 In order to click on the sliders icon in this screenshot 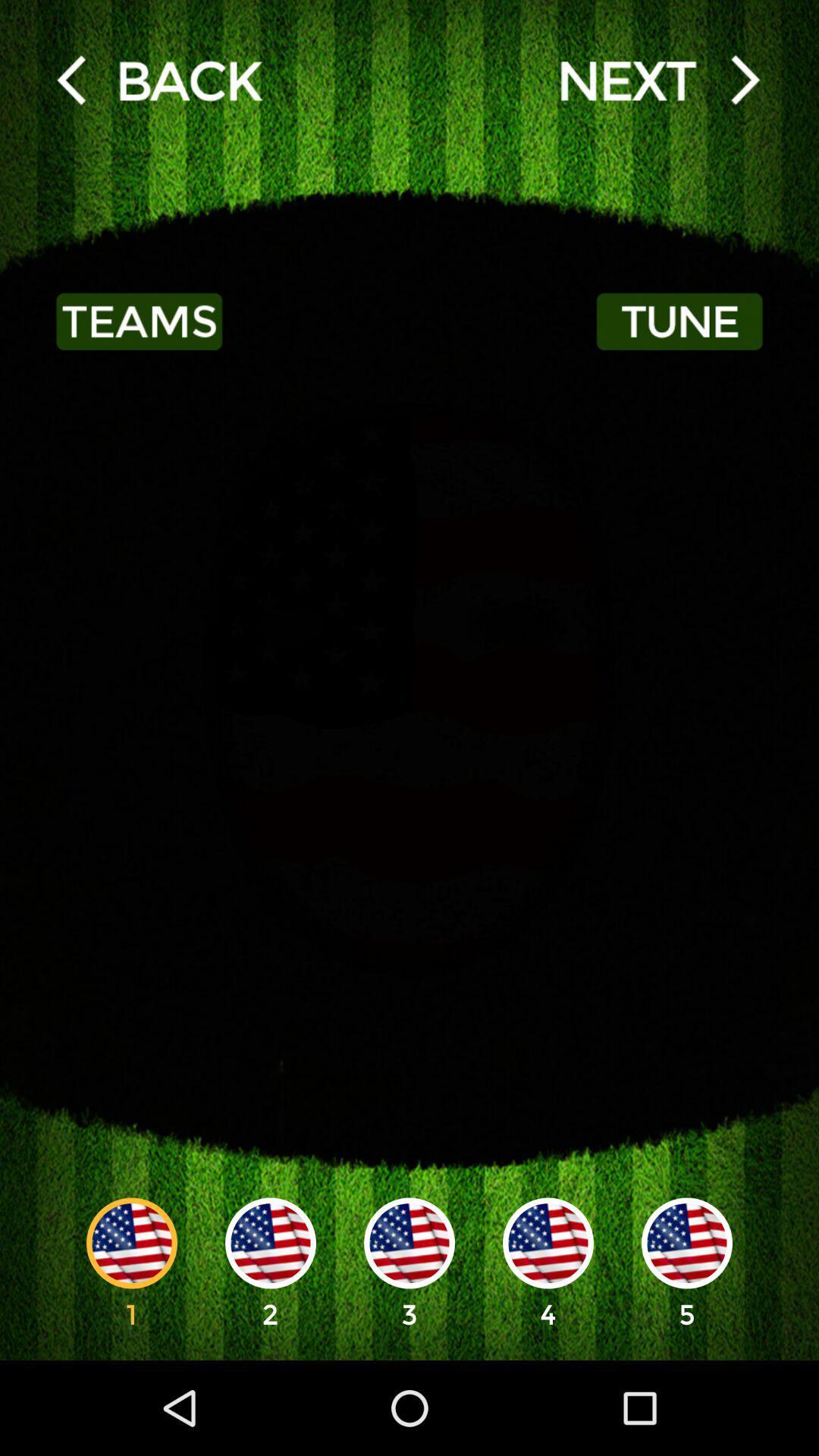, I will do `click(158, 79)`.